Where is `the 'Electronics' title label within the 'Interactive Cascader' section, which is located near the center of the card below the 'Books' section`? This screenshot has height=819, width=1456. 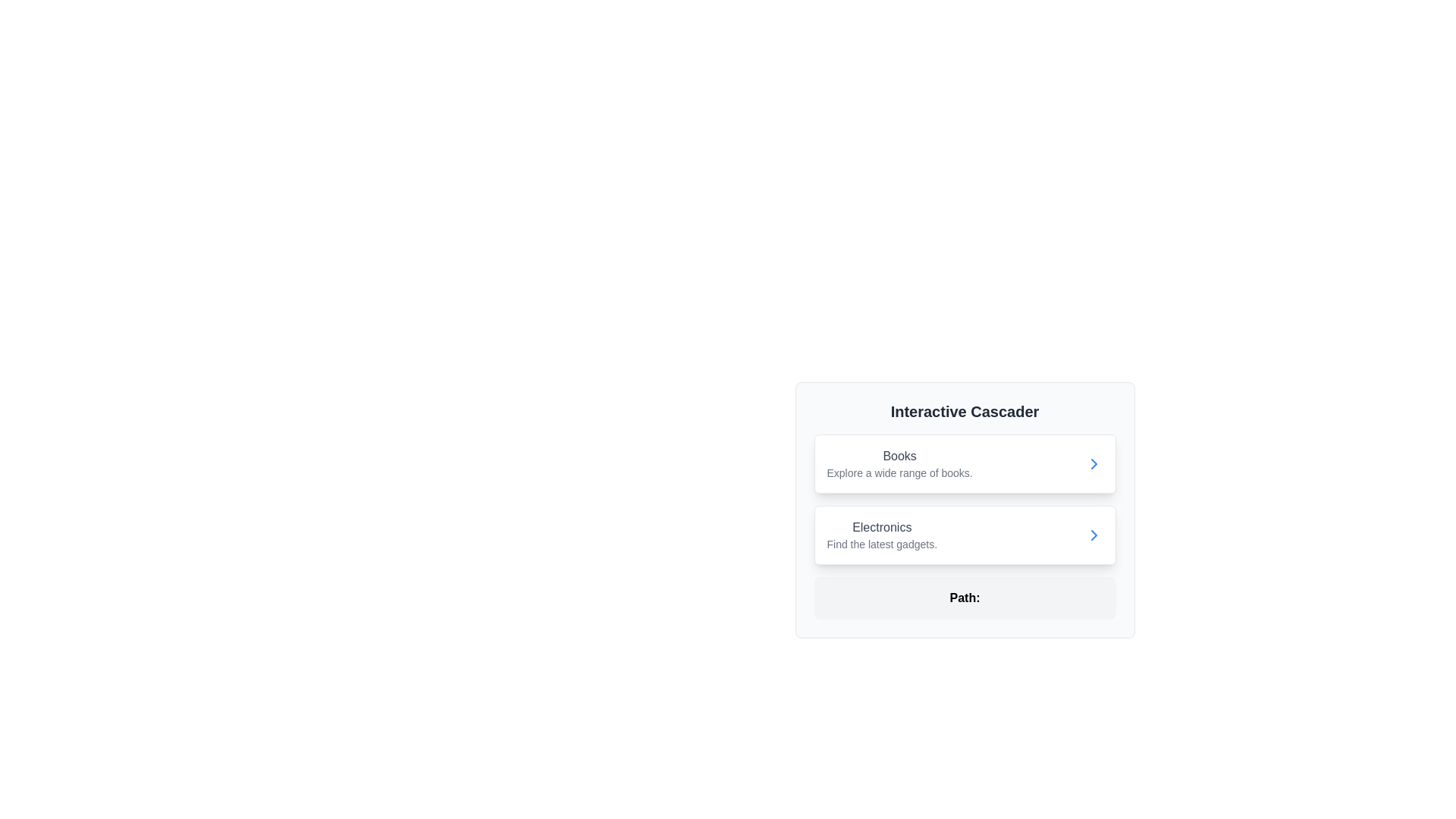
the 'Electronics' title label within the 'Interactive Cascader' section, which is located near the center of the card below the 'Books' section is located at coordinates (882, 526).